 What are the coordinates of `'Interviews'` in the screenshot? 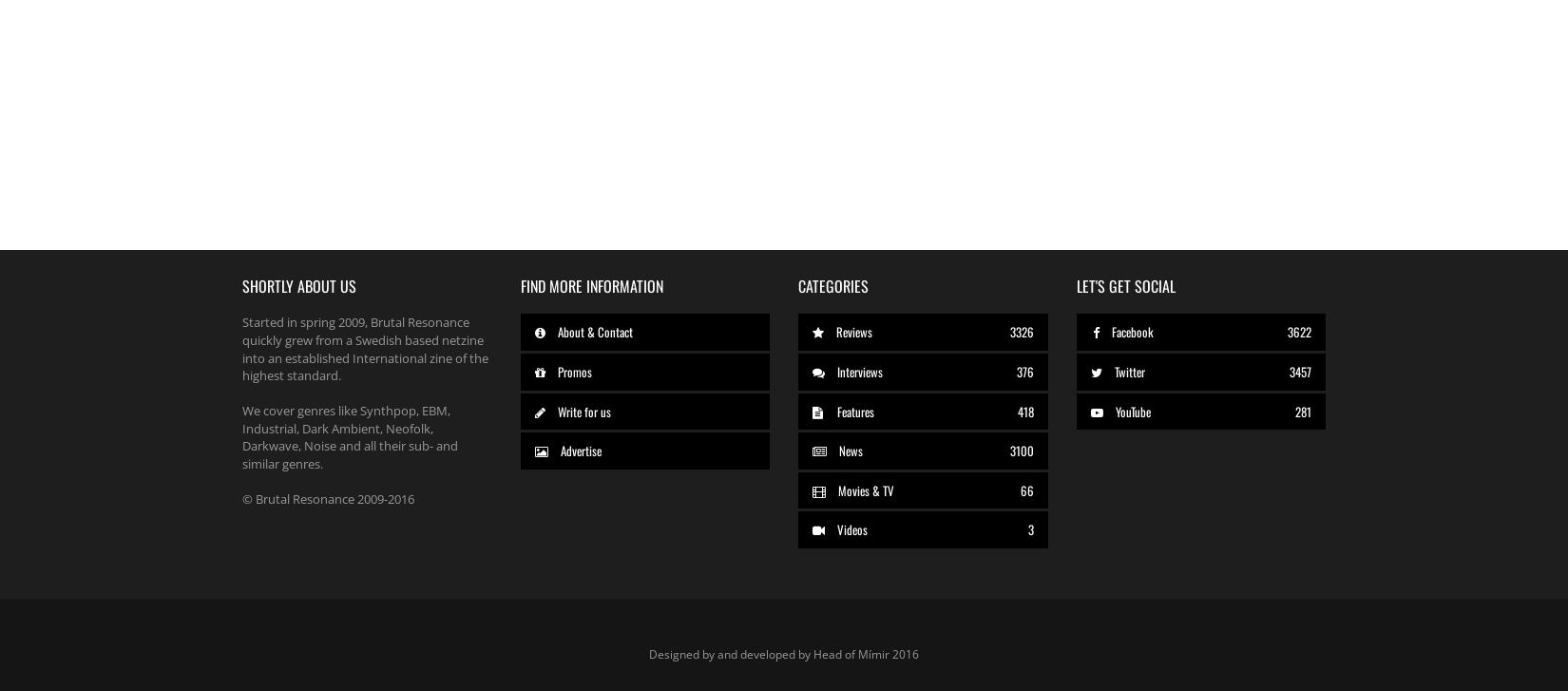 It's located at (858, 370).